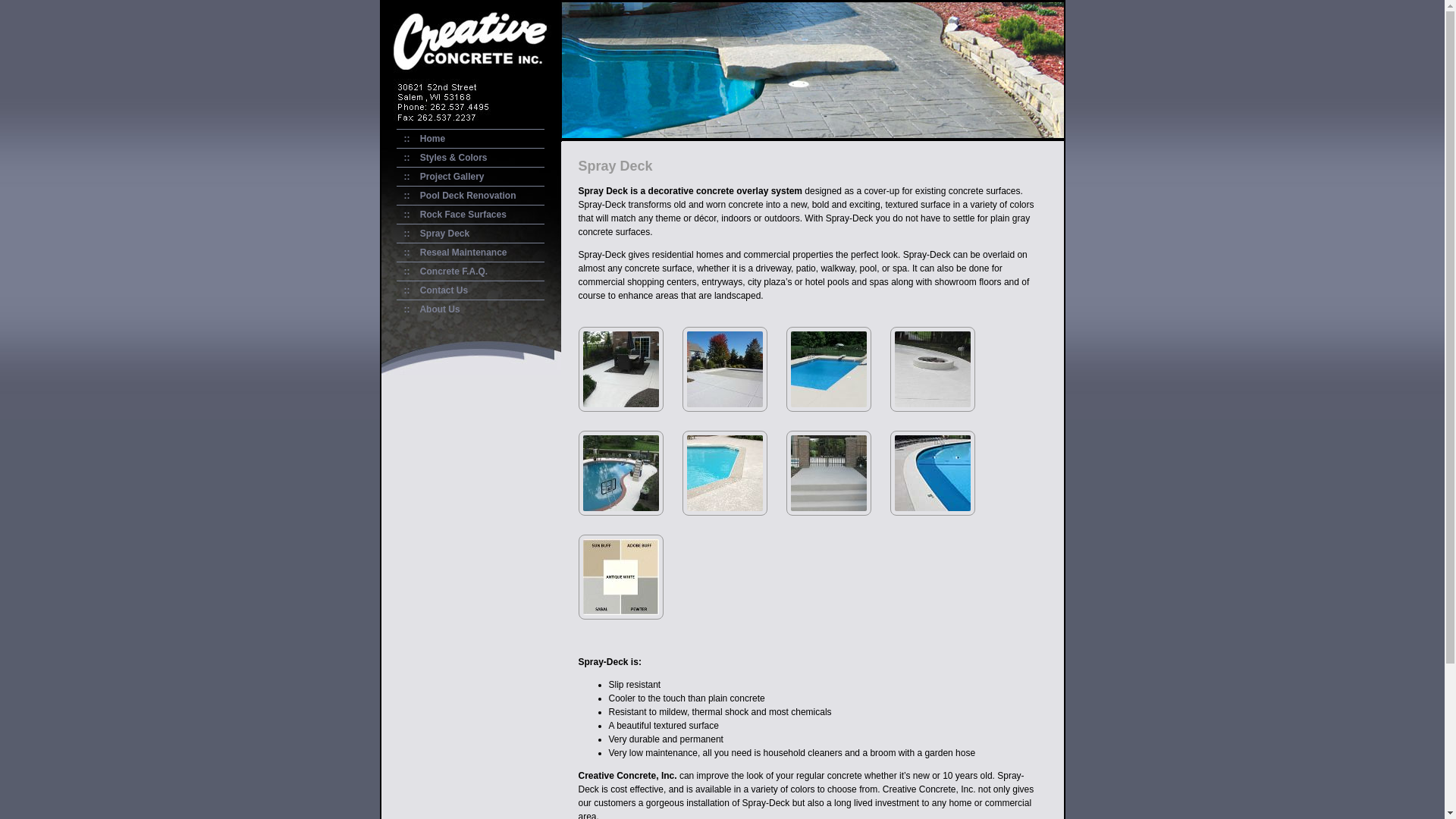 This screenshot has width=1456, height=819. I want to click on '::    Home', so click(420, 138).